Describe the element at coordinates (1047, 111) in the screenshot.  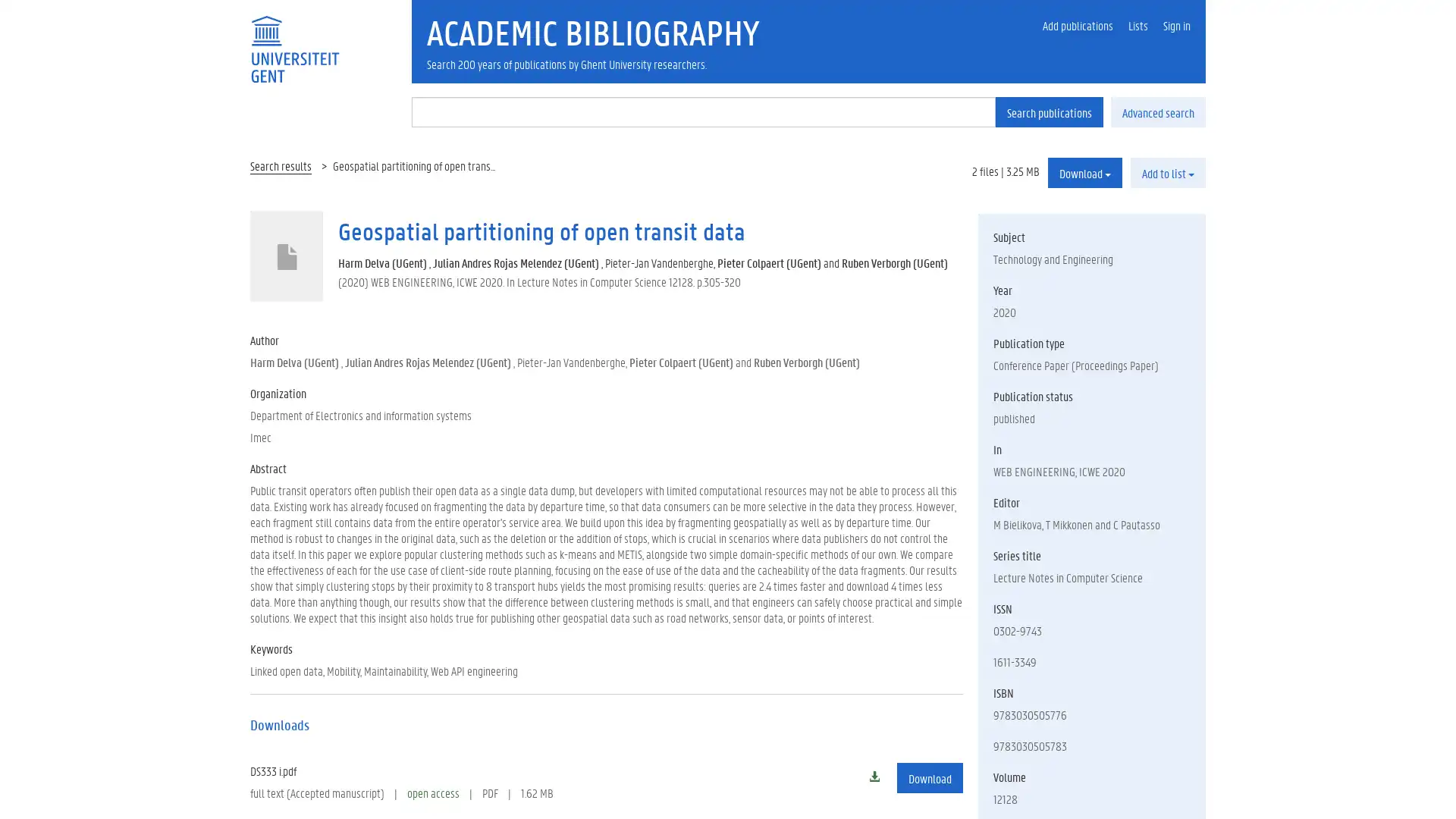
I see `Search publications` at that location.